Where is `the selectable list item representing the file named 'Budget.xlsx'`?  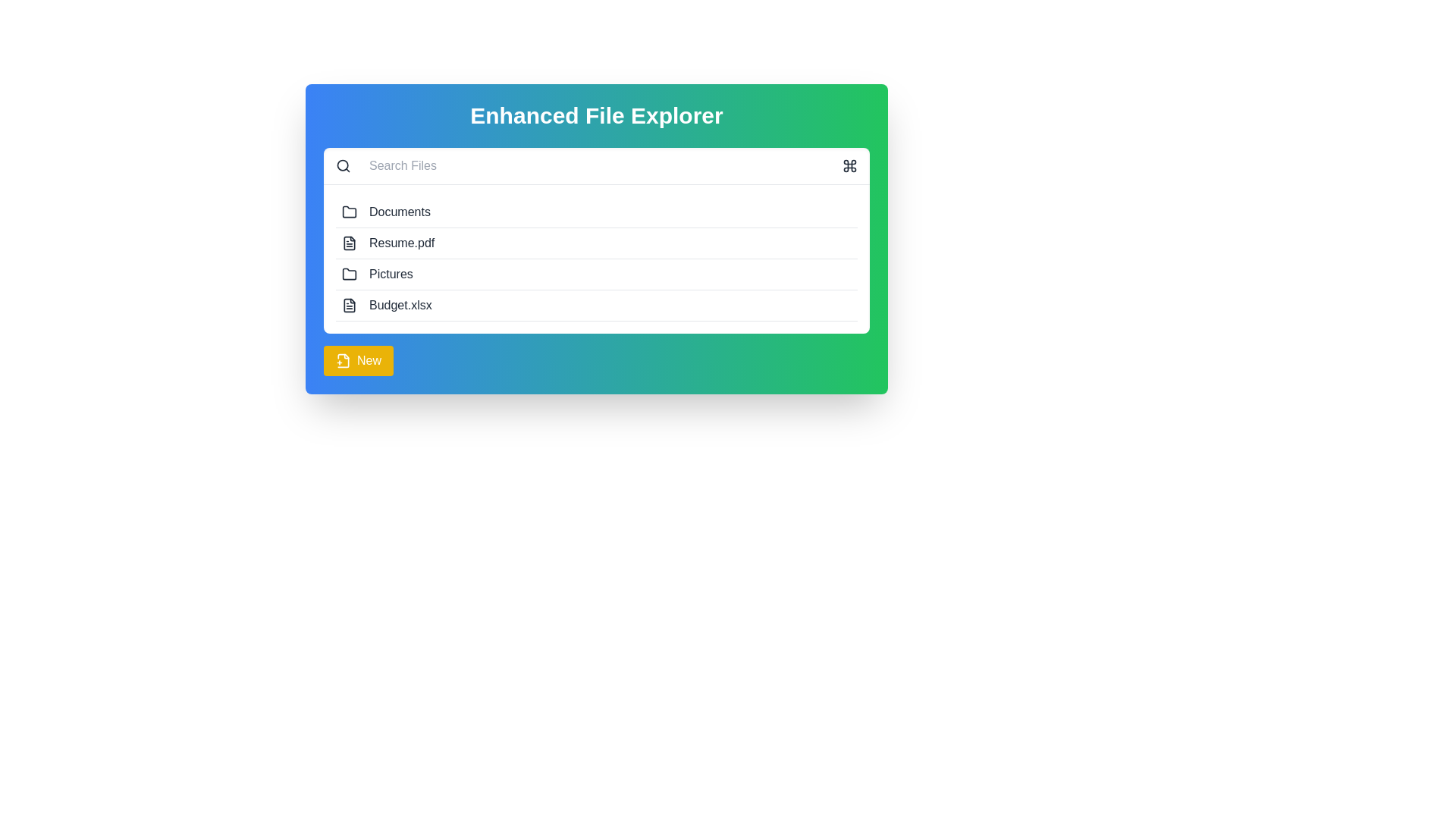 the selectable list item representing the file named 'Budget.xlsx' is located at coordinates (596, 306).